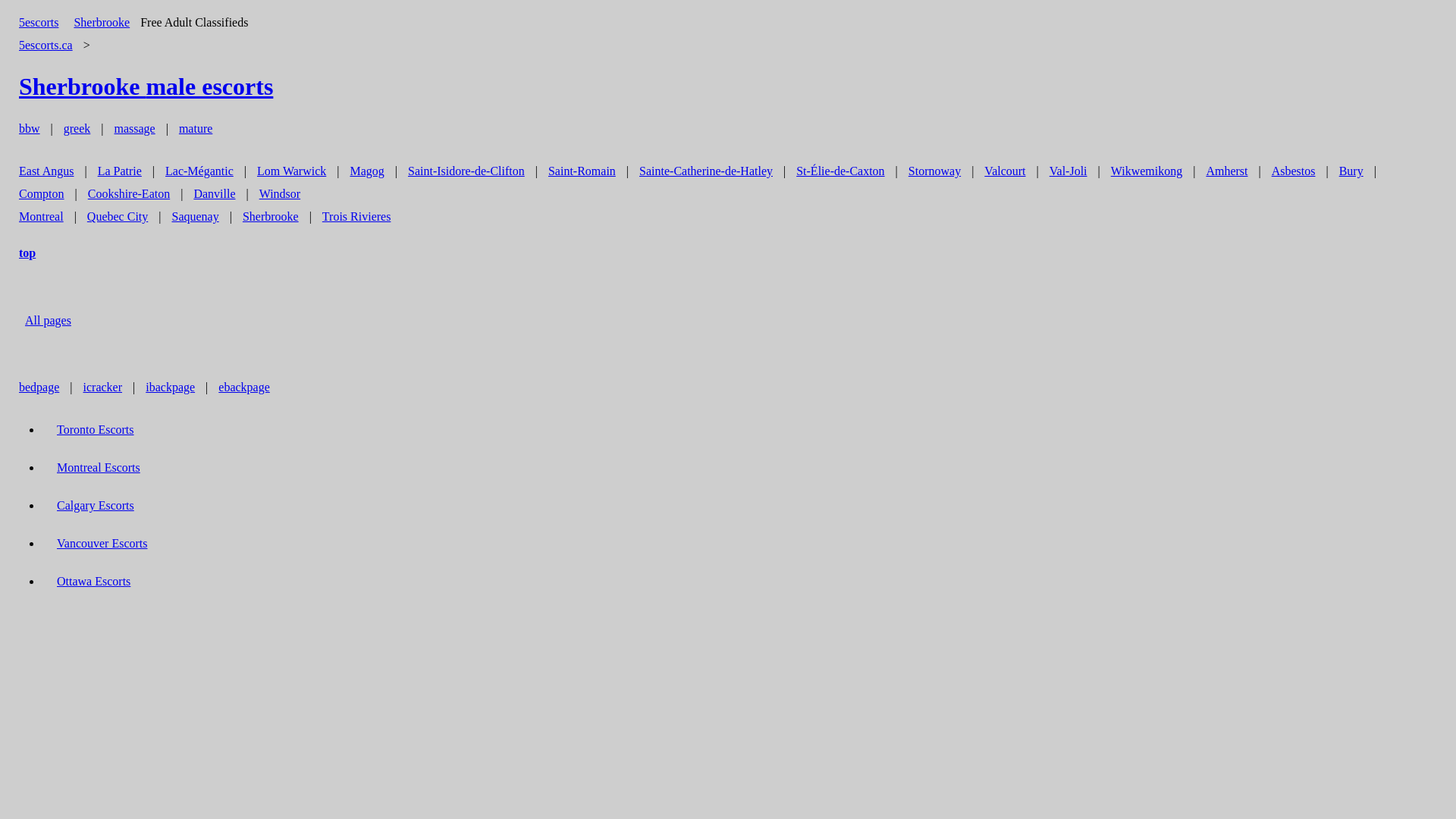 This screenshot has height=819, width=1456. What do you see at coordinates (581, 171) in the screenshot?
I see `'Saint-Romain'` at bounding box center [581, 171].